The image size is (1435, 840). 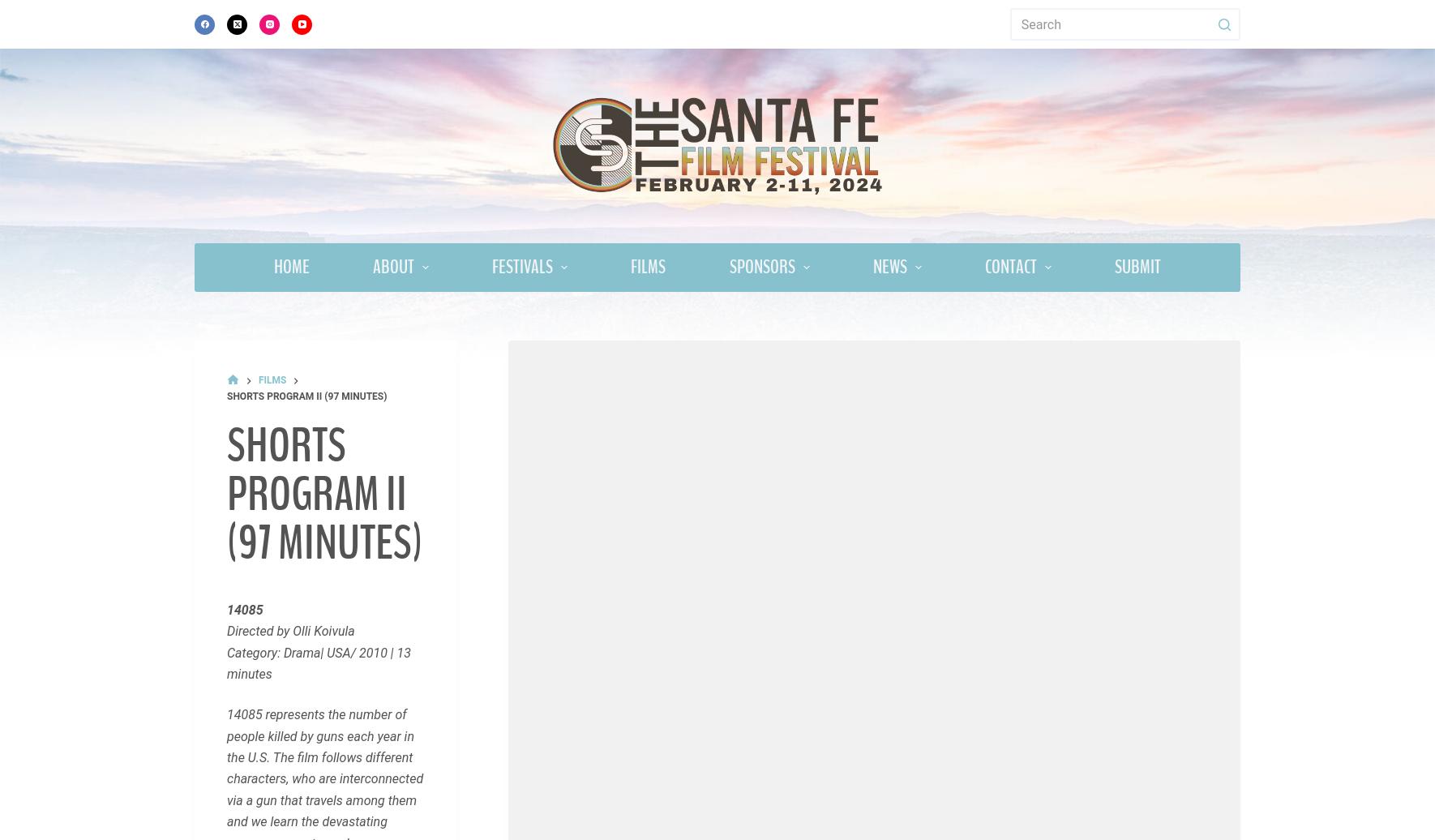 I want to click on 'In order to financially support his ill mother, doctor Ramon Moran has to moonlight in the most unlikely profession: Taxi Driver. One day, unexpected passengers test his ethics.', so click(x=323, y=145).